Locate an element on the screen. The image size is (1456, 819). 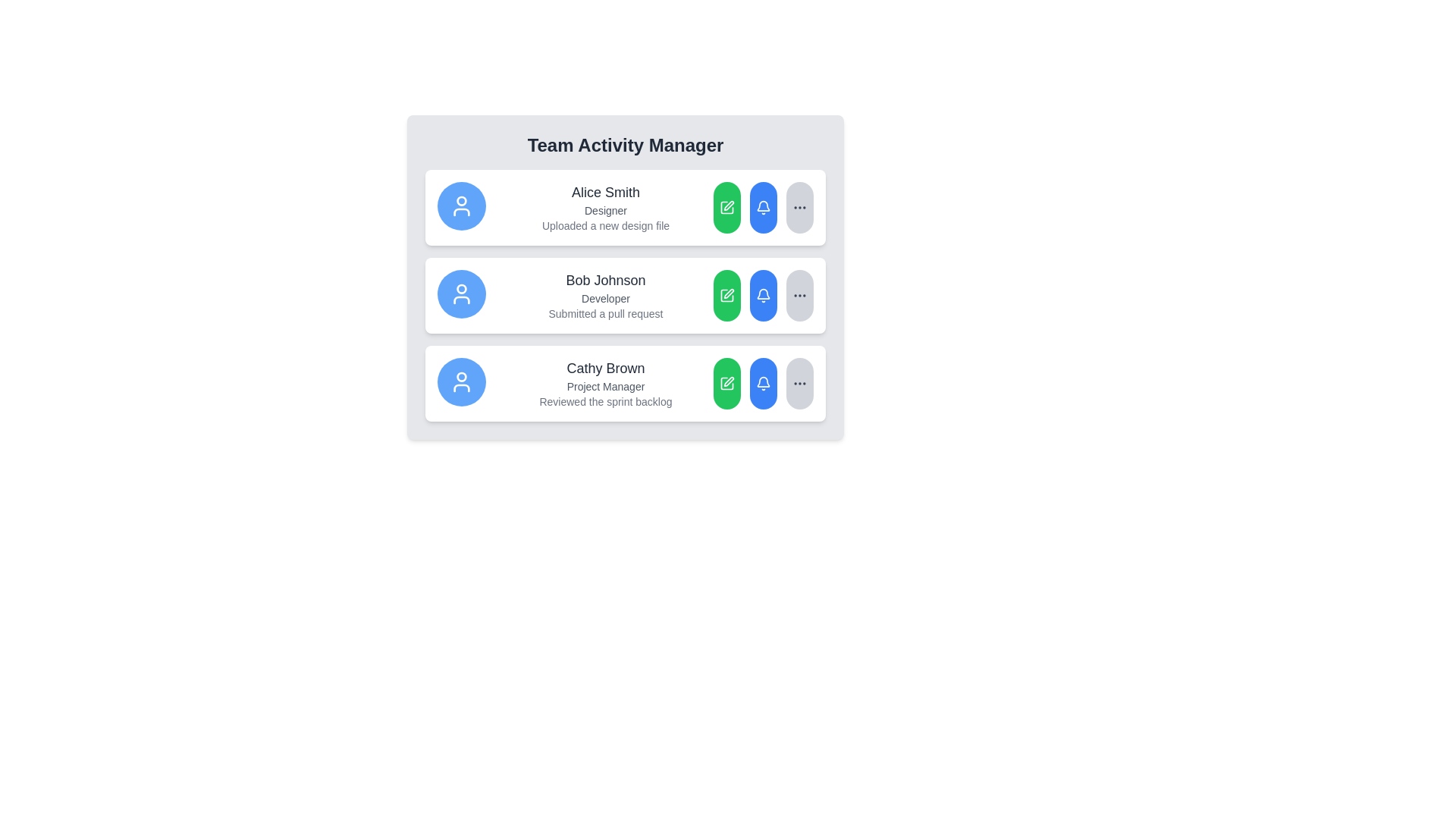
the circular graphical component representing the status of Bob Johnson within the profile icon in the Team Activity Manager interface is located at coordinates (461, 289).